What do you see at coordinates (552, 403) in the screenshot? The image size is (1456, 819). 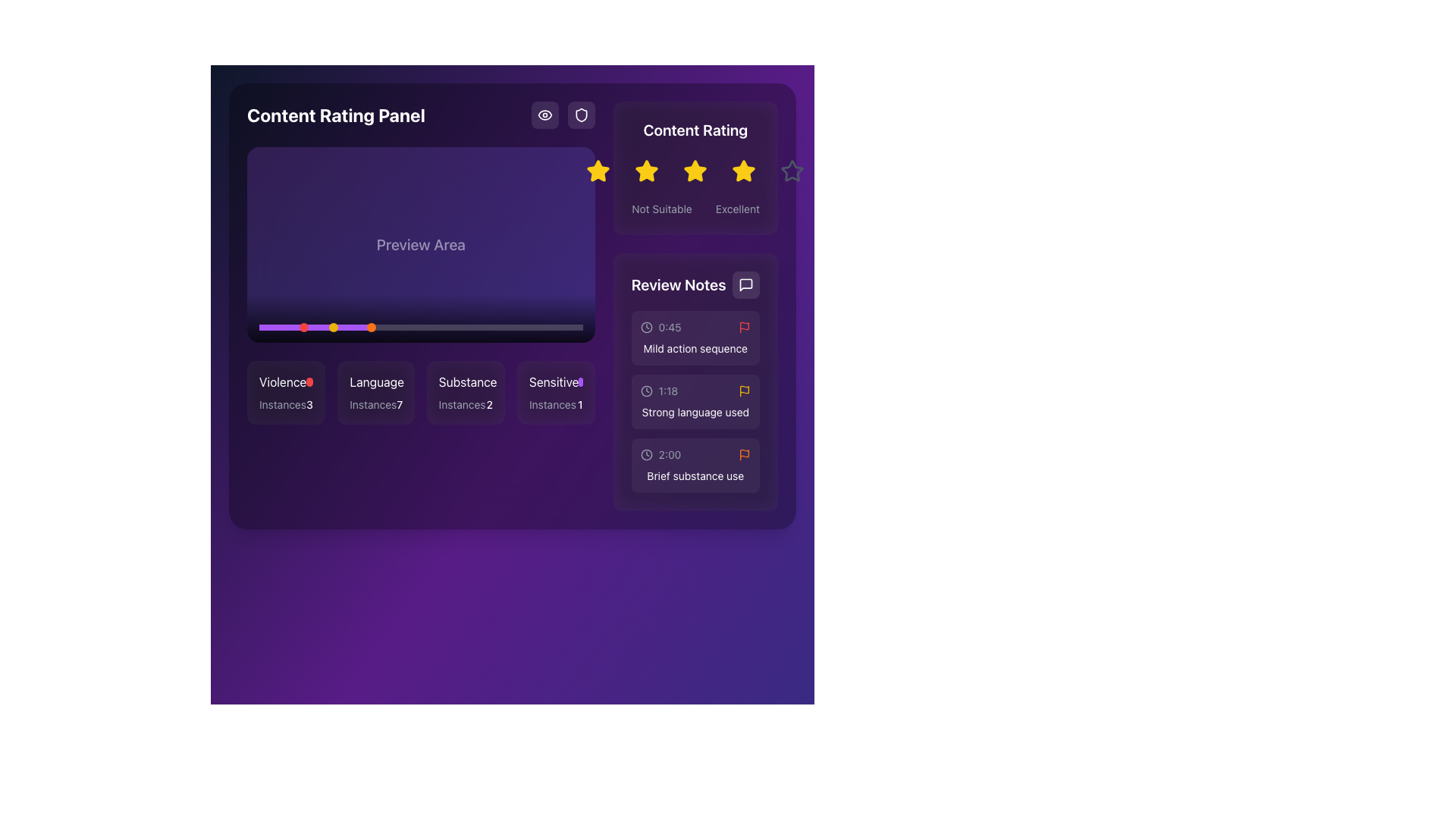 I see `the gray text label that reads 'Instances', located under the 'Sensitive' heading and to the left of the numerical indicator '1'` at bounding box center [552, 403].